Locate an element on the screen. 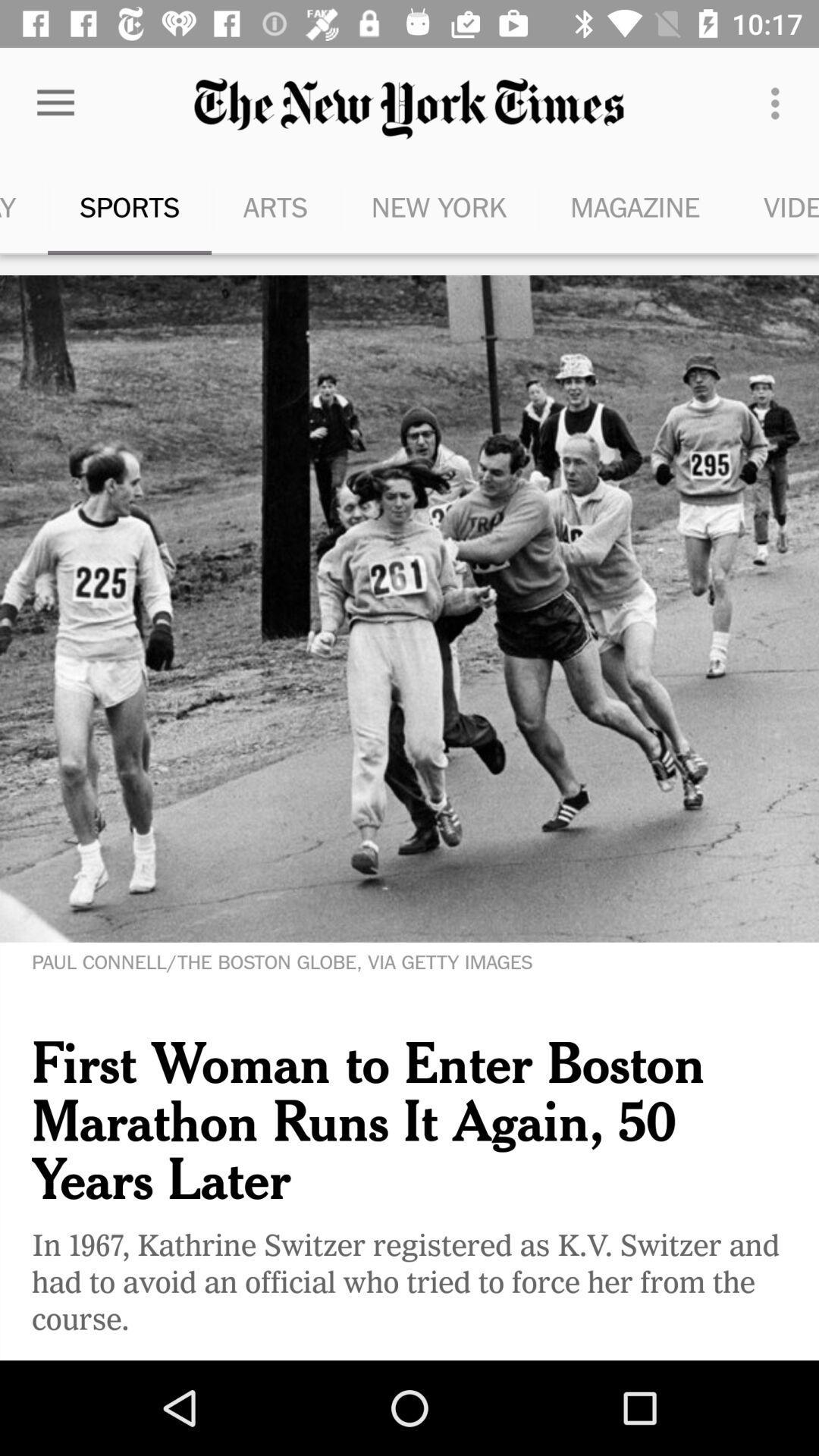 The image size is (819, 1456). icon next to the new york icon is located at coordinates (635, 206).